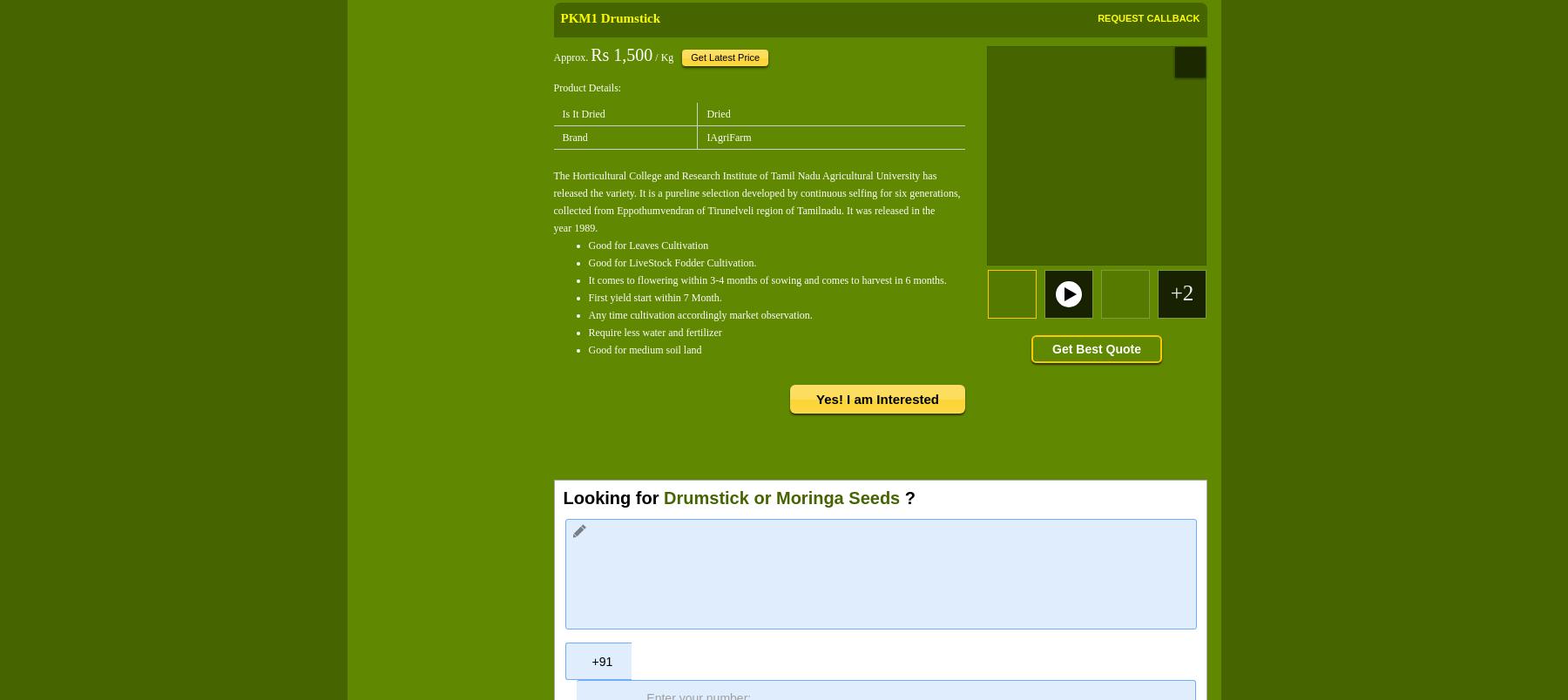 Image resolution: width=1568 pixels, height=700 pixels. What do you see at coordinates (1180, 293) in the screenshot?
I see `'+2'` at bounding box center [1180, 293].